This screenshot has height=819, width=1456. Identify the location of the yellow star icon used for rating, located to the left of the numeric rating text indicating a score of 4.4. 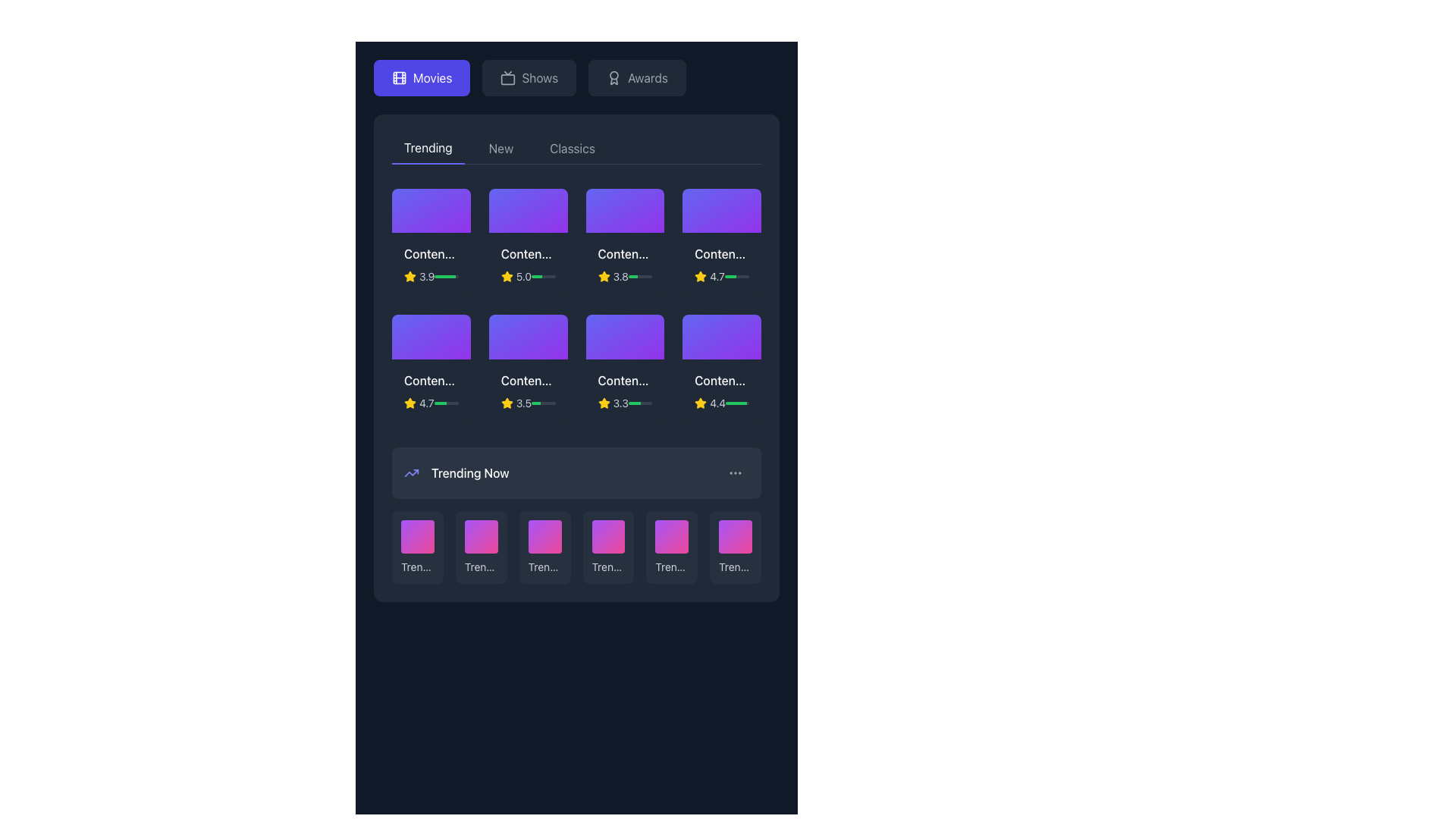
(700, 402).